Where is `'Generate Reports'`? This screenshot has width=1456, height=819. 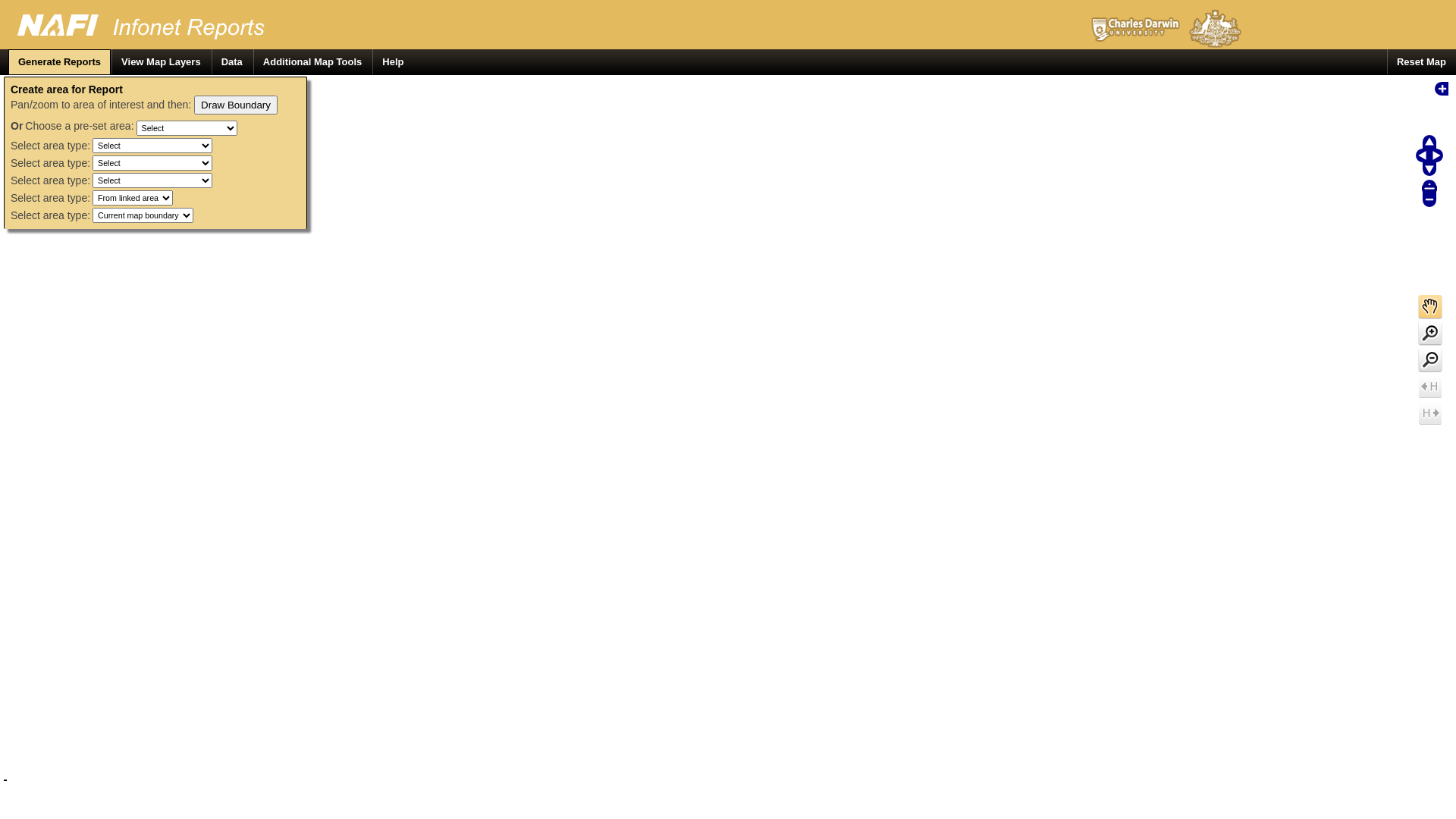
'Generate Reports' is located at coordinates (8, 61).